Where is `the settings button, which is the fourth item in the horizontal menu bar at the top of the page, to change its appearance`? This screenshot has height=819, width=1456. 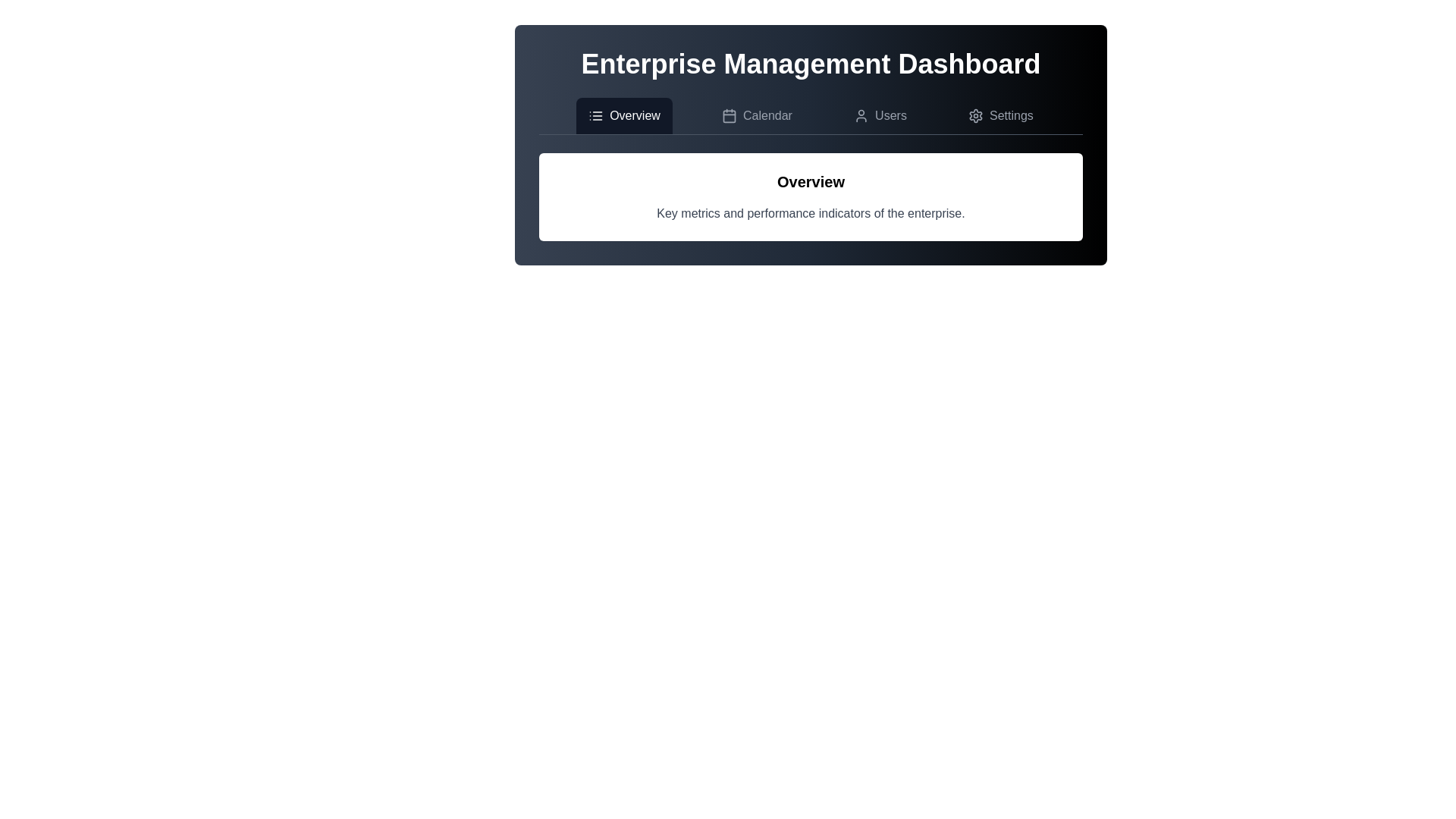 the settings button, which is the fourth item in the horizontal menu bar at the top of the page, to change its appearance is located at coordinates (1001, 115).